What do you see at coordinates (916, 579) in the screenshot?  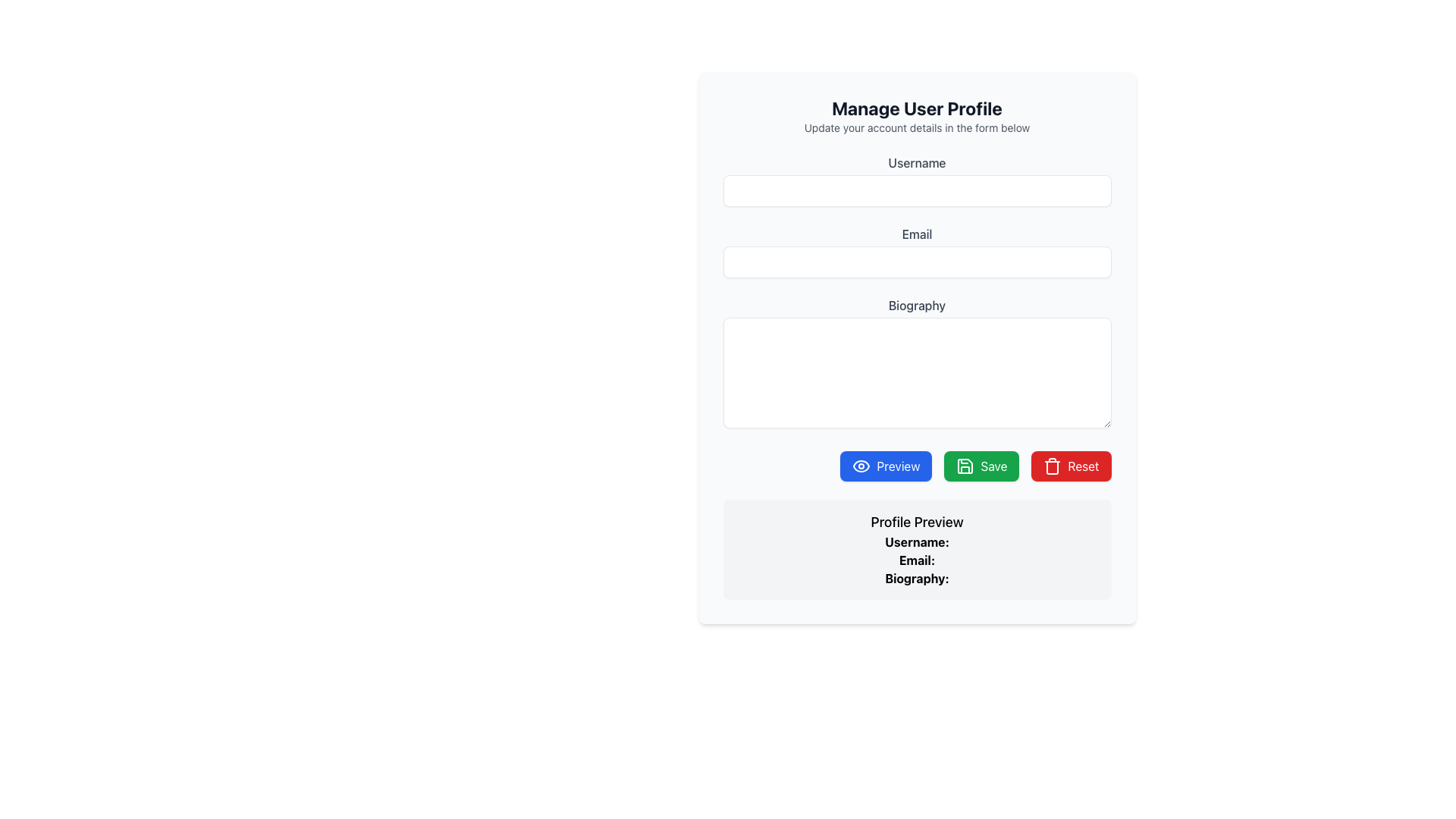 I see `the 'Biography' text label in the profile preview section, located at the bottom-middle part of the main interface, beneath the 'Email:' label` at bounding box center [916, 579].